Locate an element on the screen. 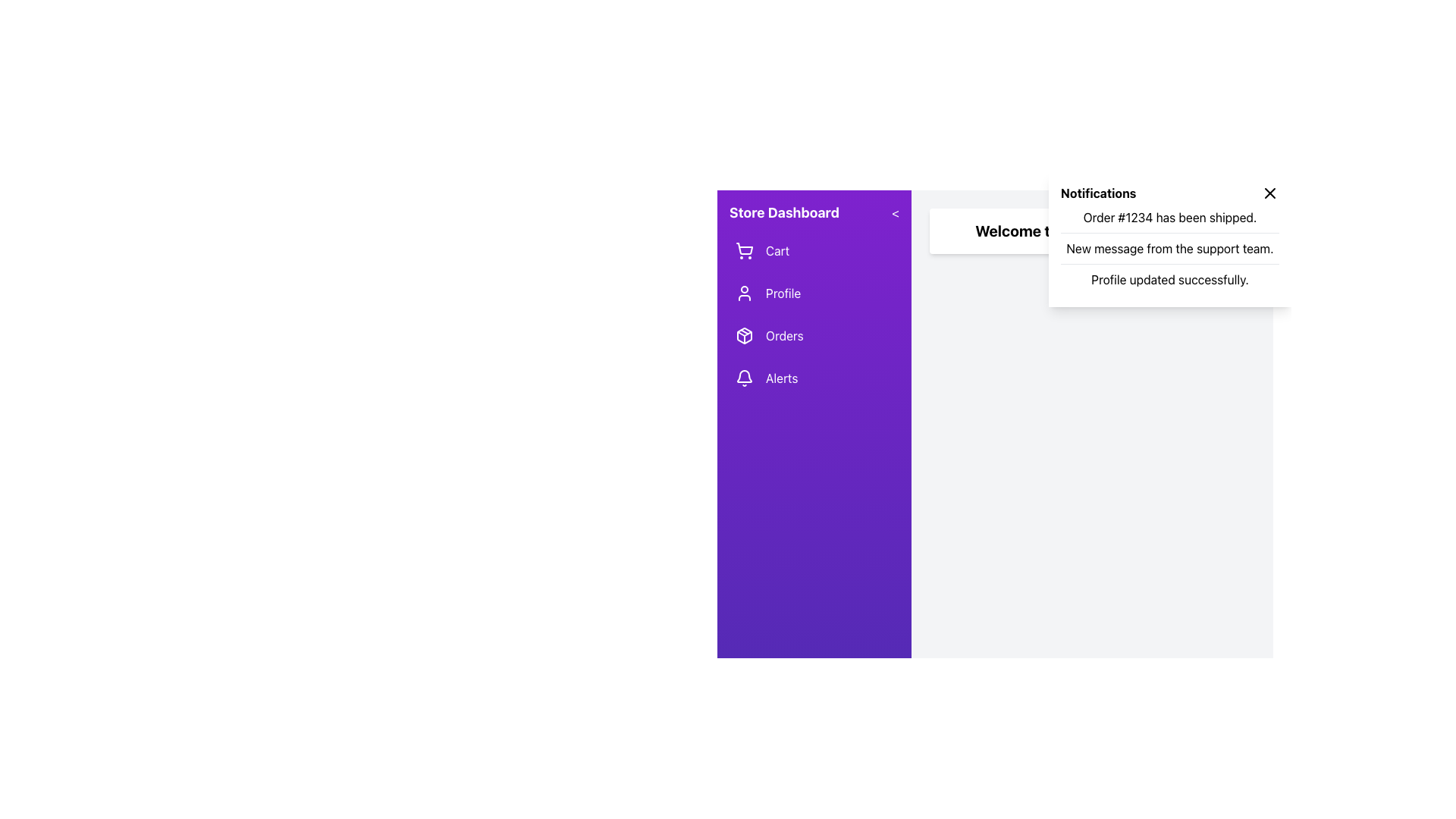 The height and width of the screenshot is (819, 1456). the third notification message in the 'Notifications' box that reads 'Profile updated successfully.' is located at coordinates (1169, 278).